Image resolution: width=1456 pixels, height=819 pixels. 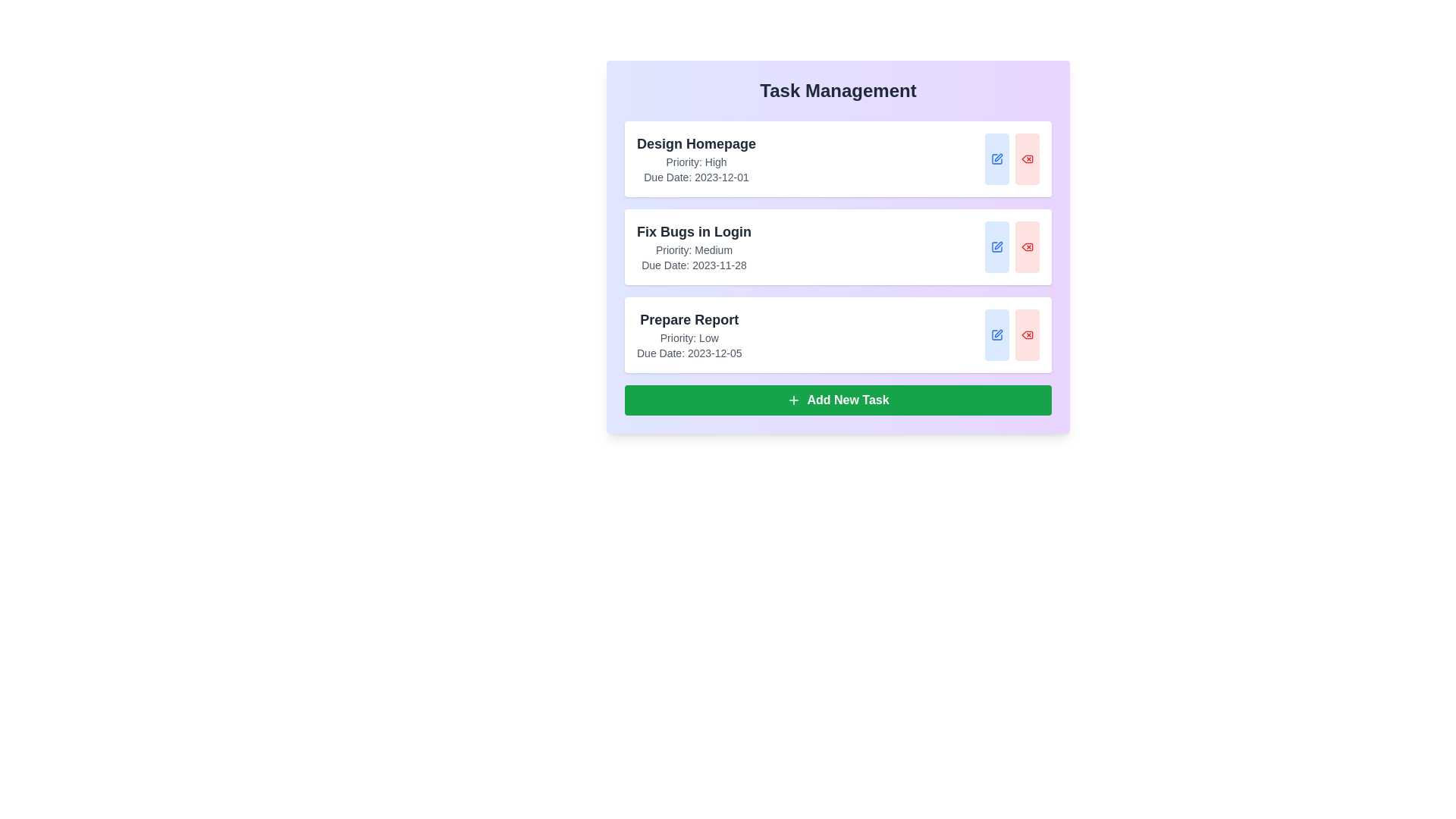 What do you see at coordinates (1027, 246) in the screenshot?
I see `the delete button for the task titled 'Fix Bugs in Login'` at bounding box center [1027, 246].